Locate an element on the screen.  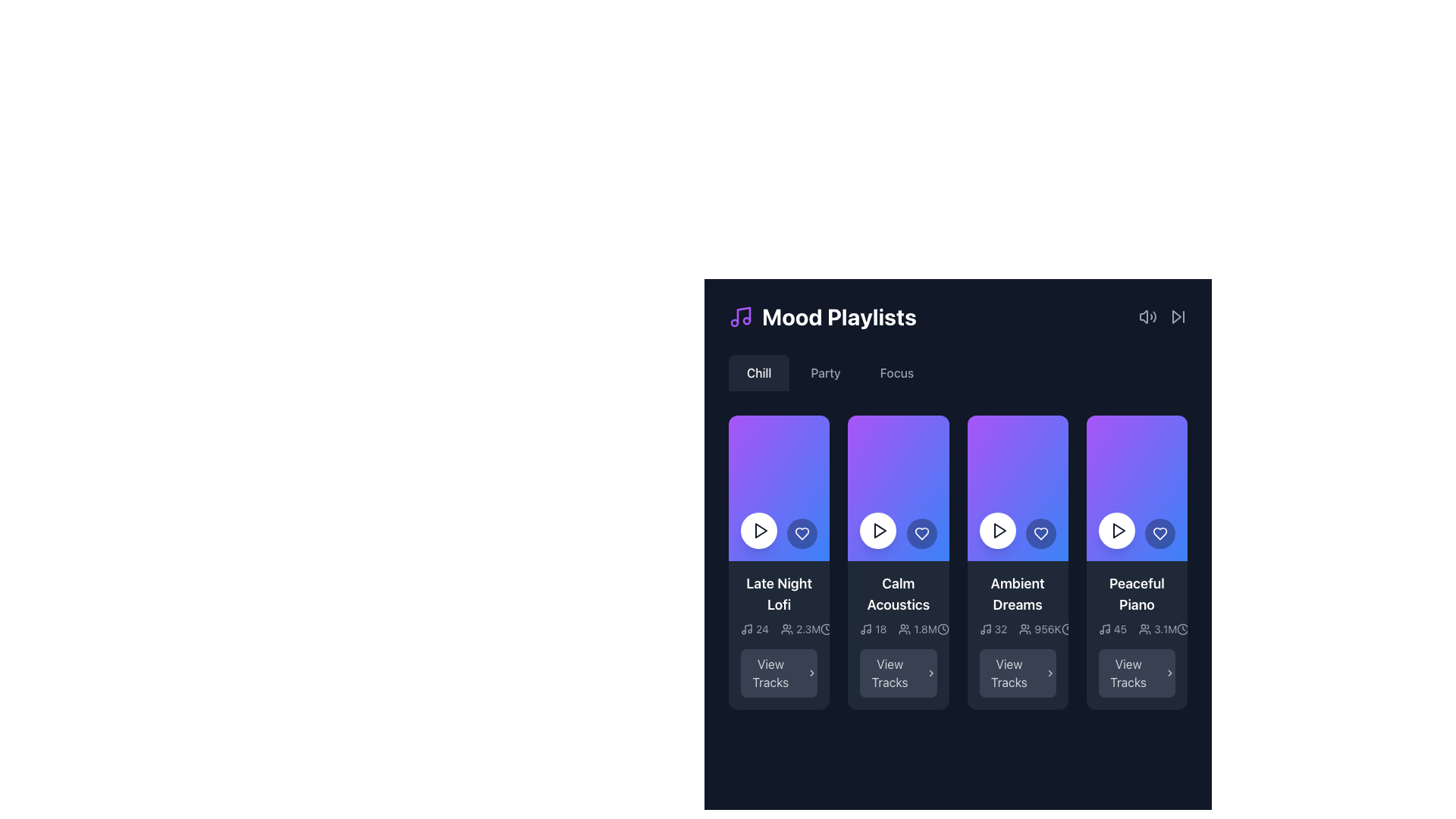
the statistics display showing the number of tracks (45) and followers (3.1M) located at the bottom part of the fourth playlist card, above the 'View Tracks' button is located at coordinates (1137, 629).